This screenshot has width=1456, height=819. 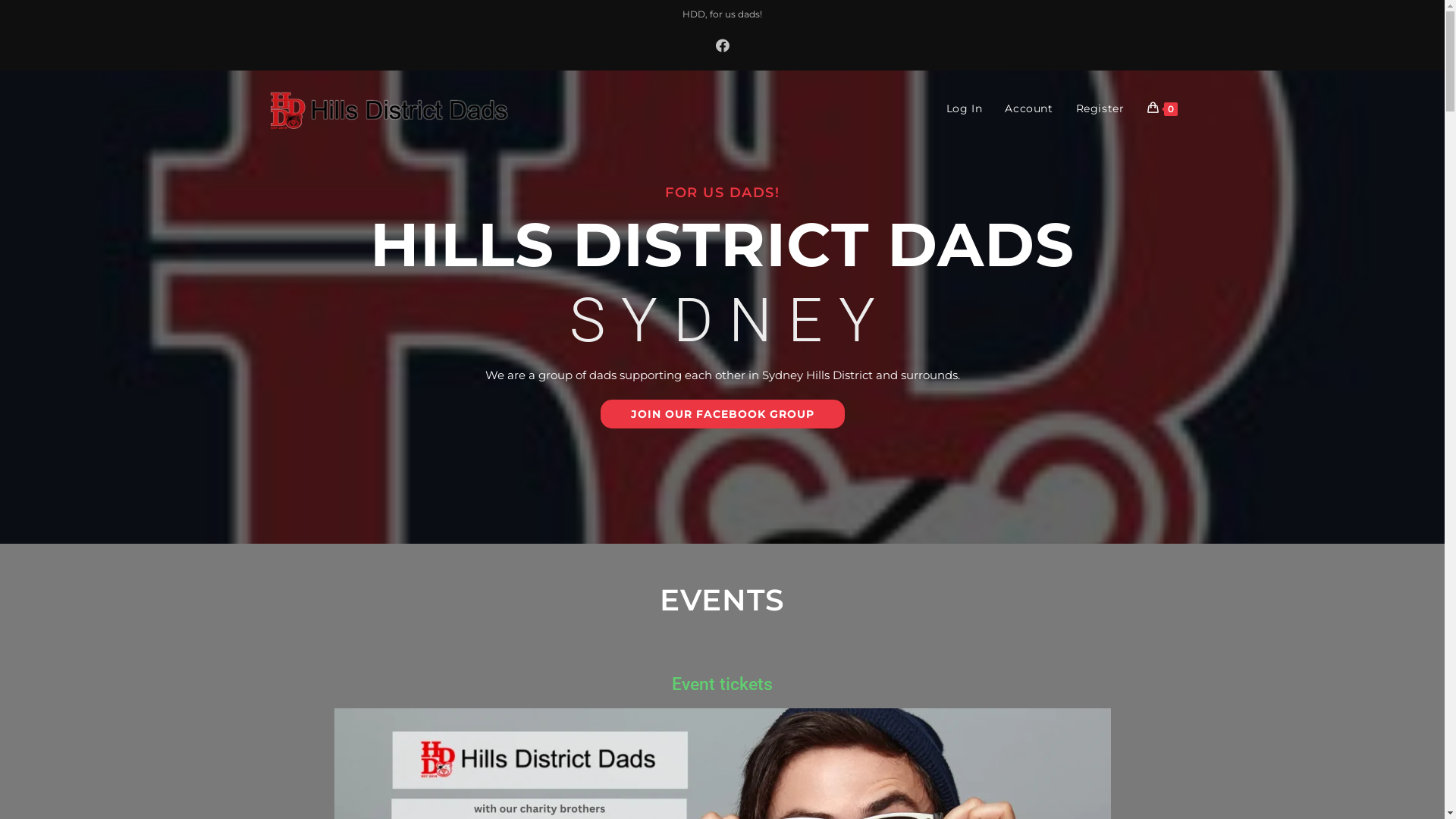 What do you see at coordinates (1100, 107) in the screenshot?
I see `'Register'` at bounding box center [1100, 107].